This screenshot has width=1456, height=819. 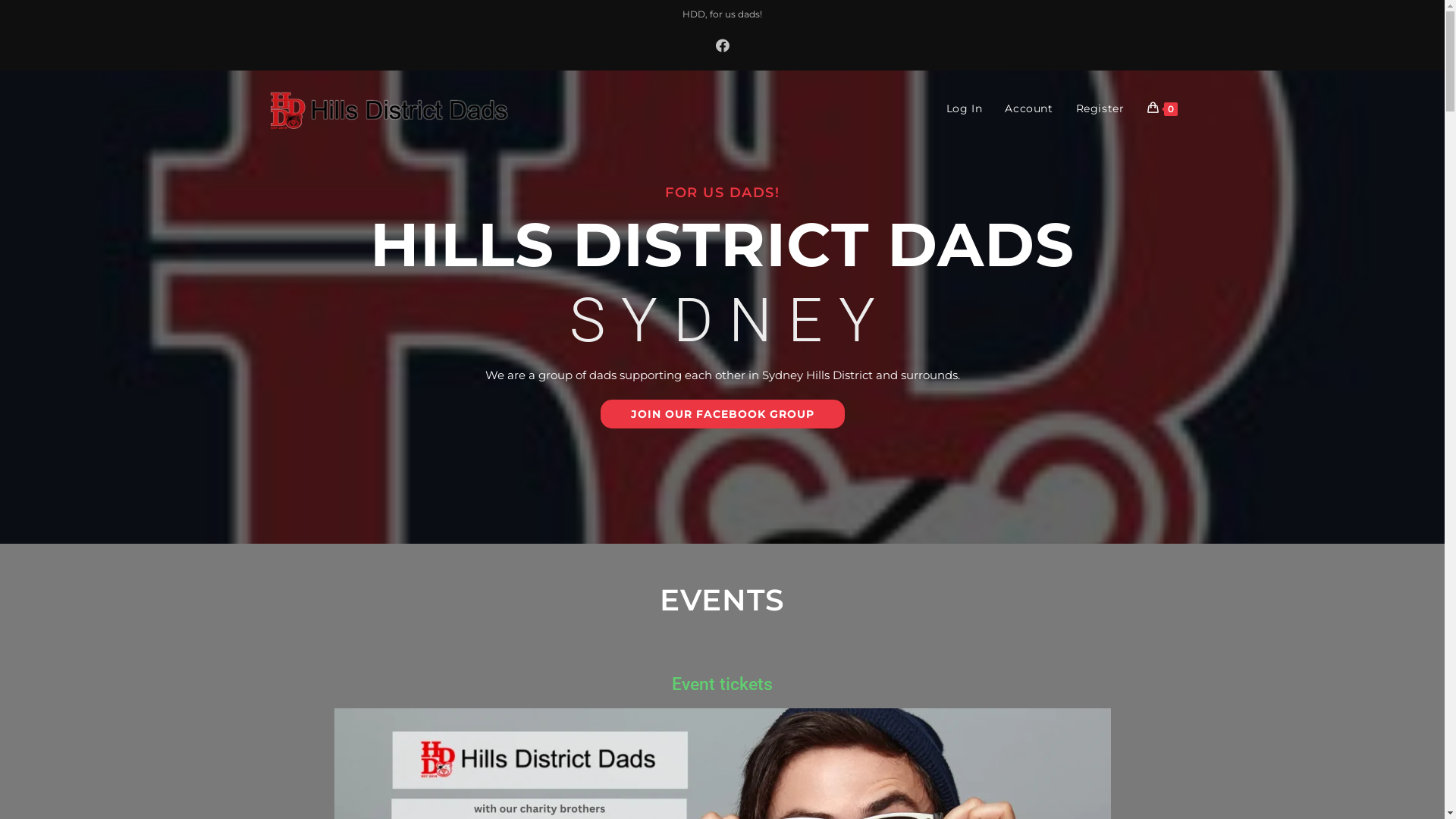 What do you see at coordinates (1100, 107) in the screenshot?
I see `'Register'` at bounding box center [1100, 107].